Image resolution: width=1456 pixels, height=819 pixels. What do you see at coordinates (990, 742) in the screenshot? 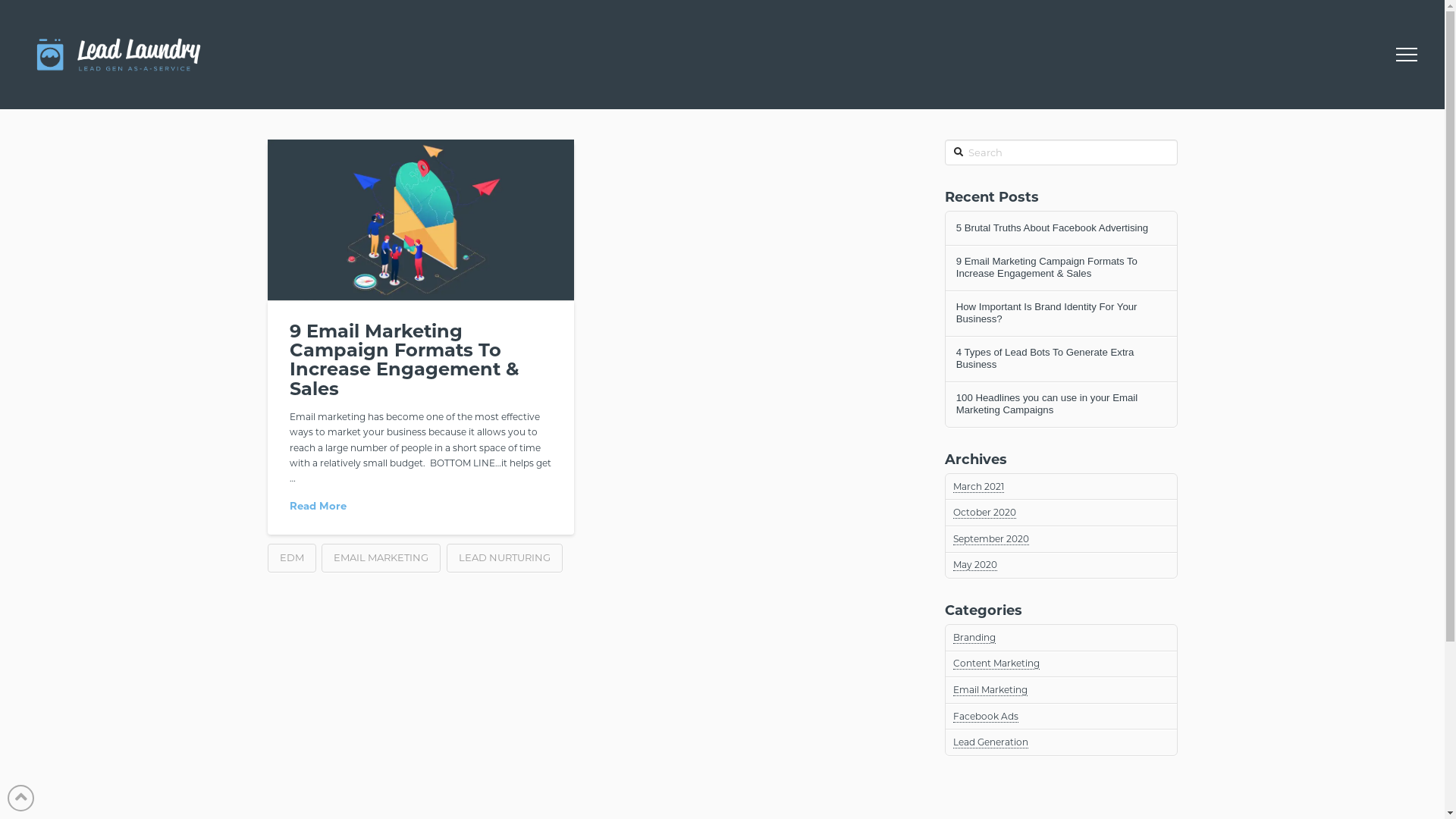
I see `'Lead Generation'` at bounding box center [990, 742].